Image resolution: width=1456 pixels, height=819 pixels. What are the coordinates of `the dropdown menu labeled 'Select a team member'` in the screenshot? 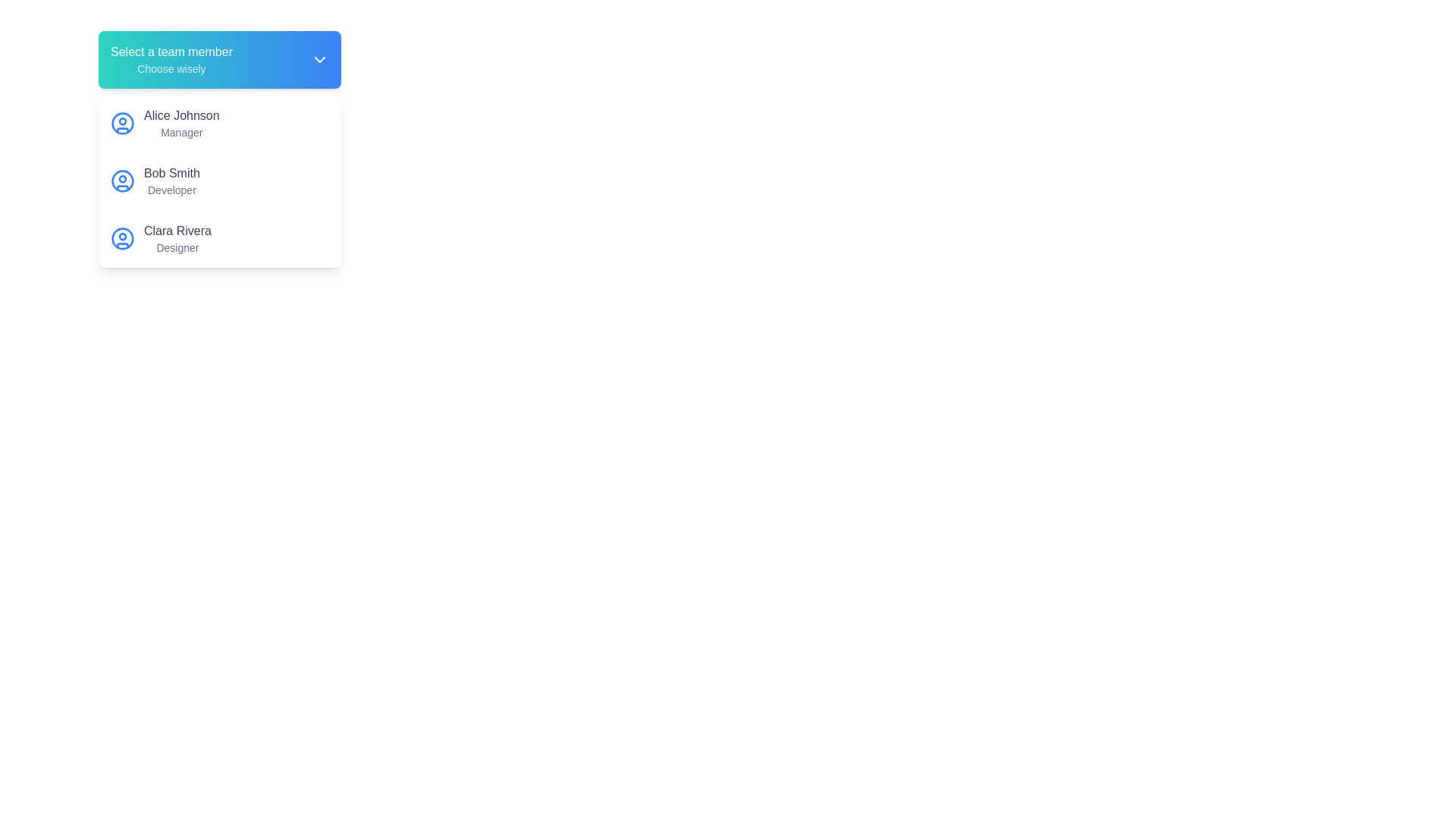 It's located at (218, 58).